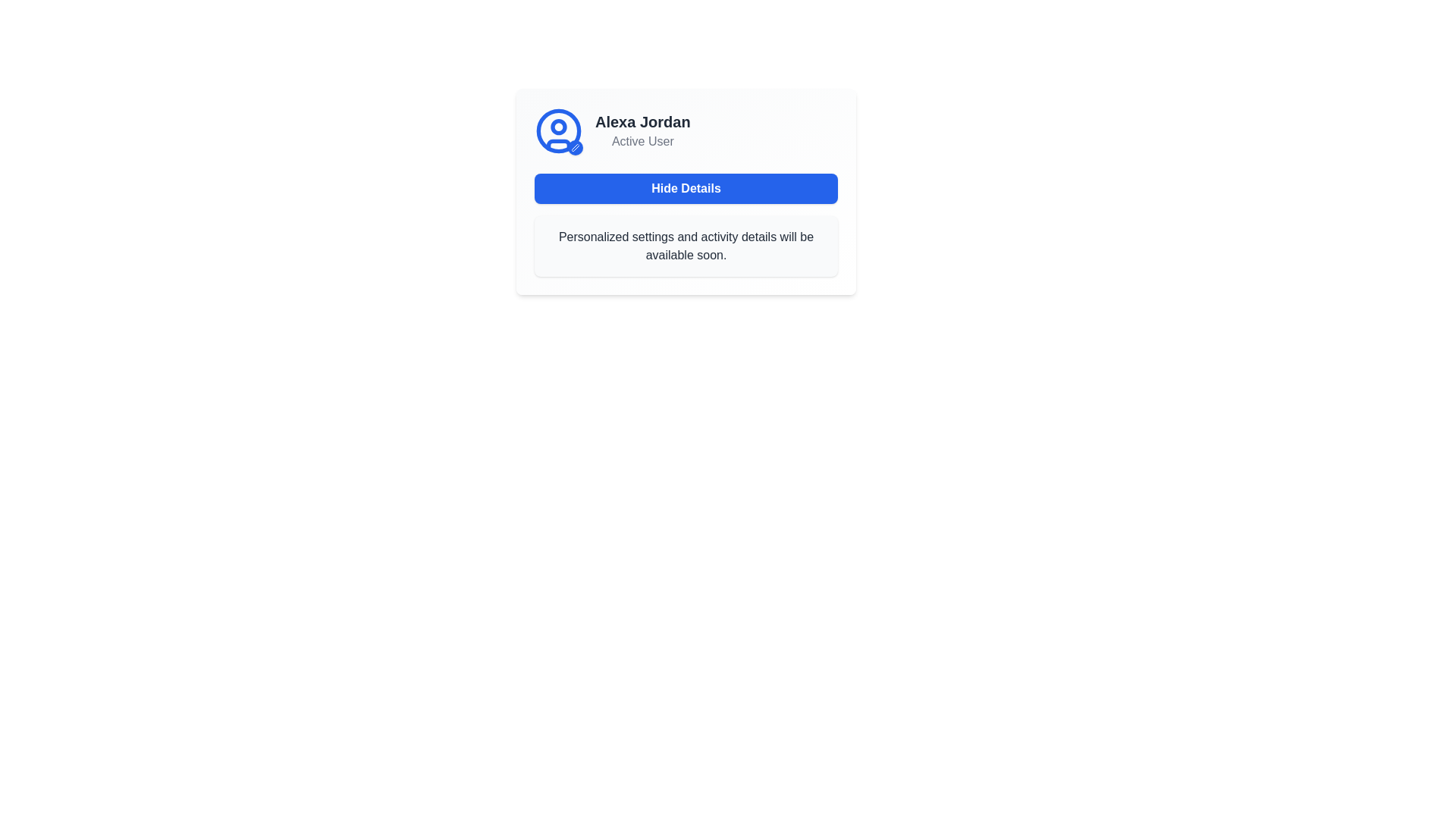 The width and height of the screenshot is (1456, 819). Describe the element at coordinates (558, 145) in the screenshot. I see `the SVG graphical component located at the bottom-center area of the user profile image, which serves as a visual indicator or graphic enhancement` at that location.